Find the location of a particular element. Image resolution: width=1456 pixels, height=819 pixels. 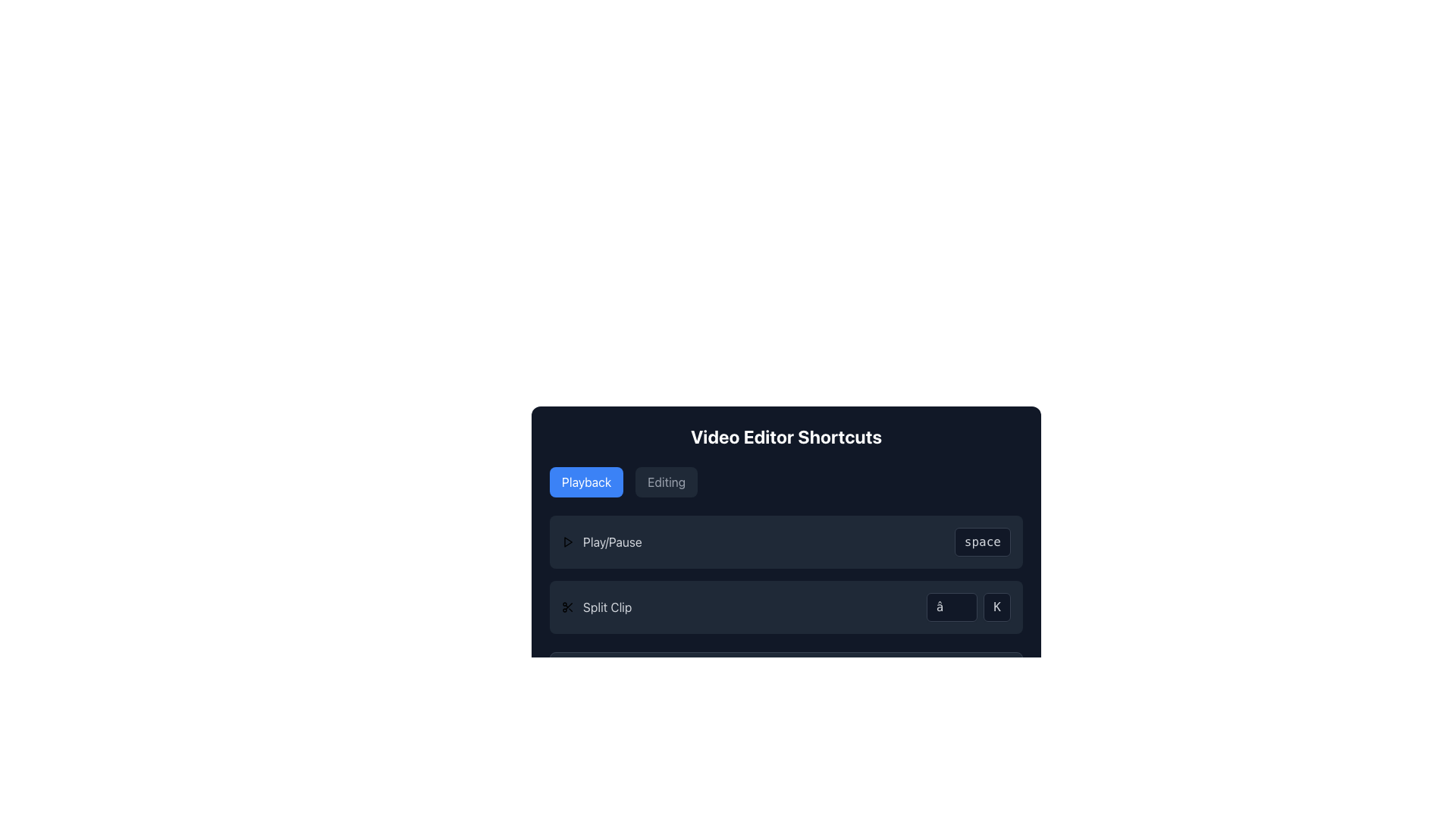

the non-interactive button labeled 'K' which visually represents the keyboard shortcut for splitting a clip in the video editor, located to the right of its sibling in the button group beneath the 'Split Clip' label is located at coordinates (997, 607).